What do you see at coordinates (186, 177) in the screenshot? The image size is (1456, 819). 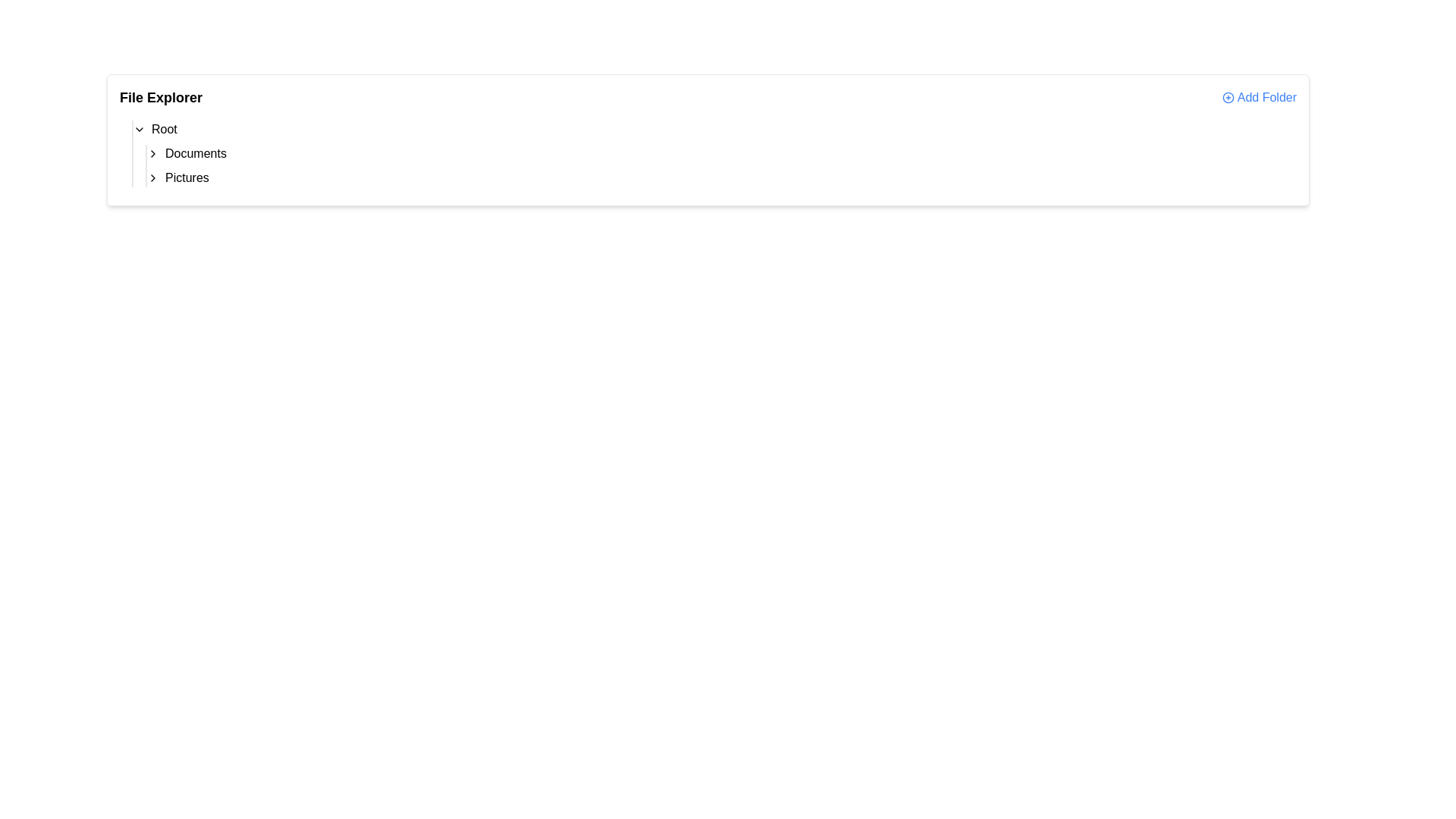 I see `the 'Pictures' text label in the file explorer interface` at bounding box center [186, 177].